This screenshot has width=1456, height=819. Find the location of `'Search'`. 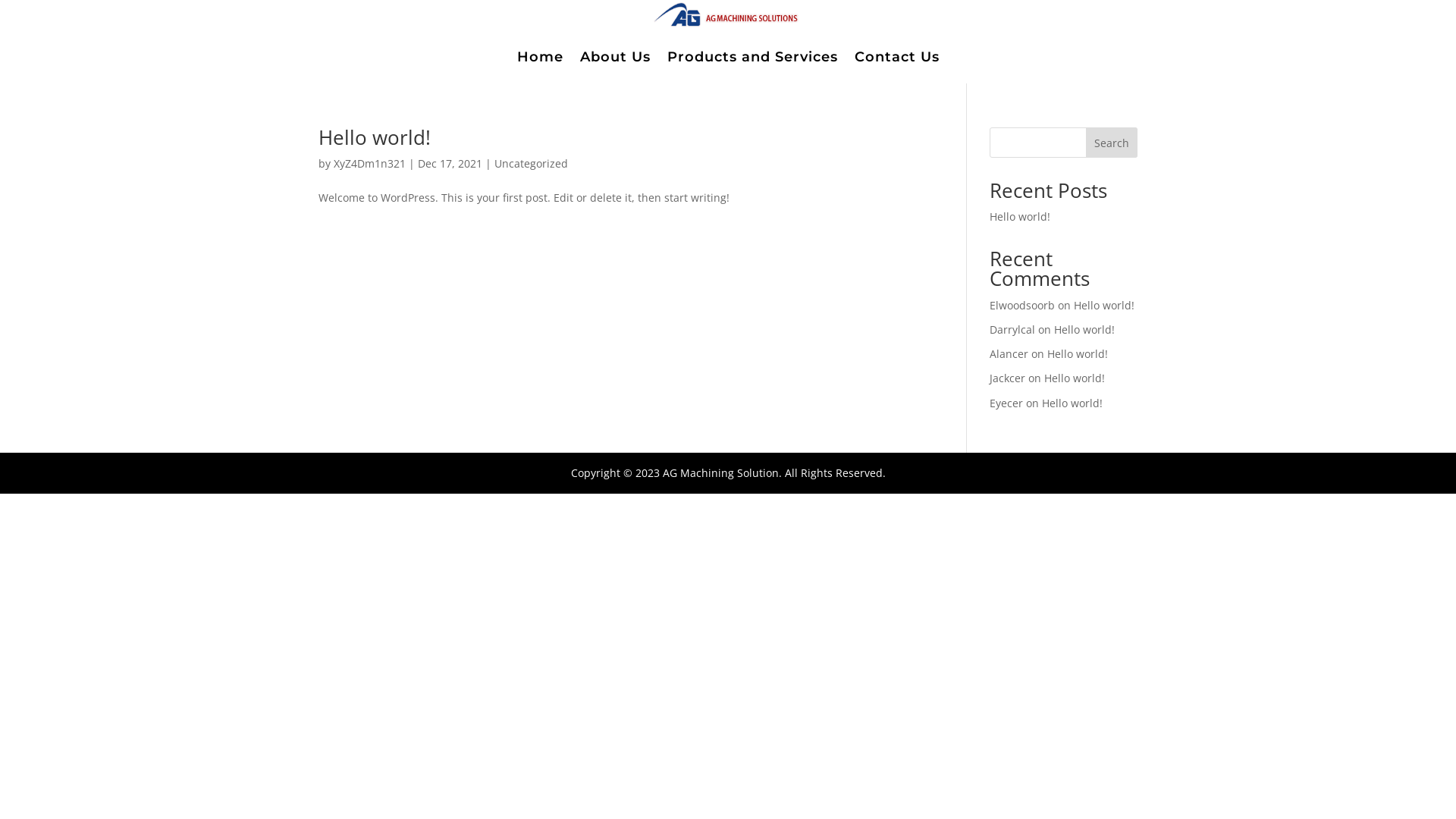

'Search' is located at coordinates (1084, 143).